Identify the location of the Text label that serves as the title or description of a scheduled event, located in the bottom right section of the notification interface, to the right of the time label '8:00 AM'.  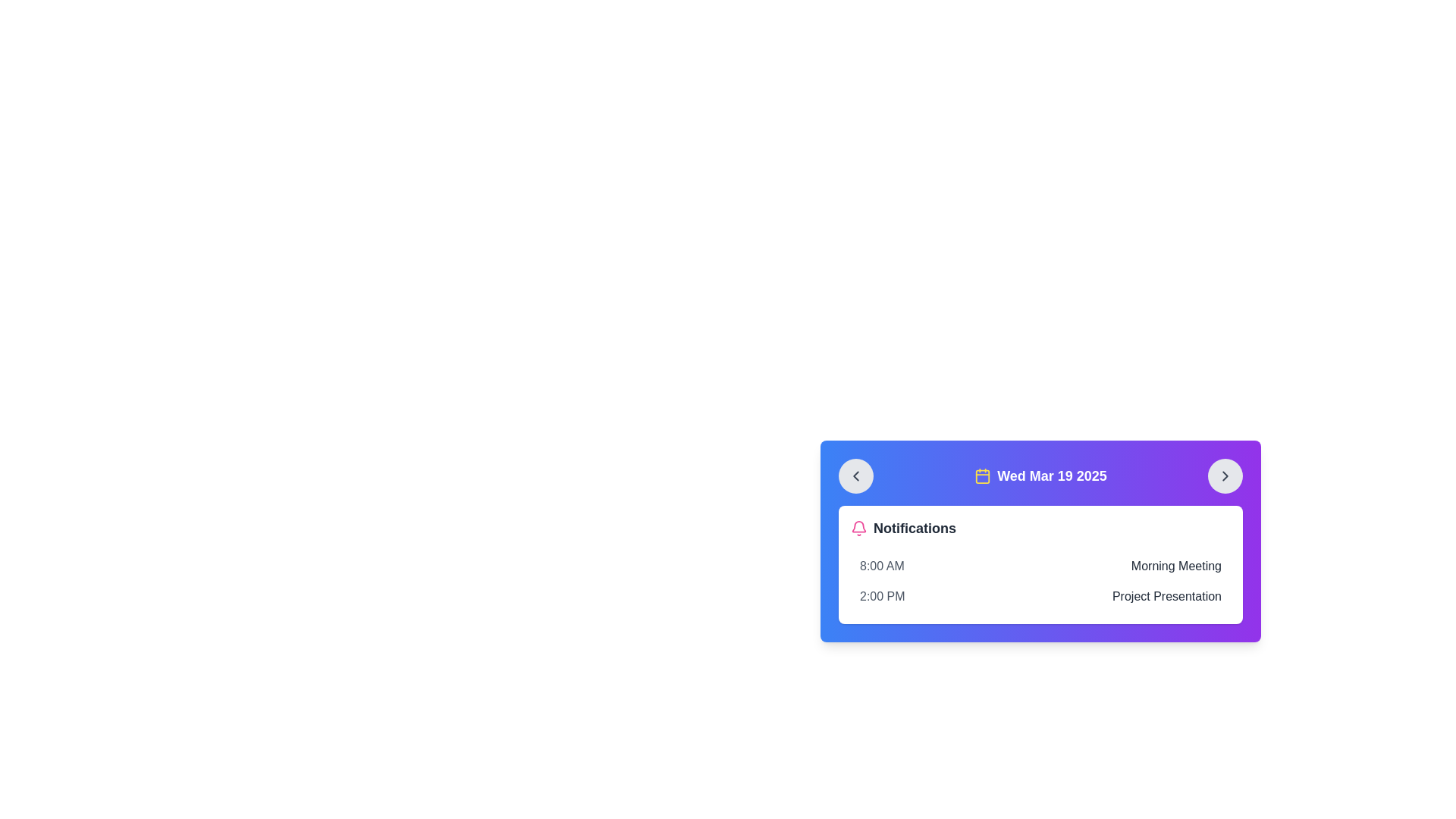
(1175, 566).